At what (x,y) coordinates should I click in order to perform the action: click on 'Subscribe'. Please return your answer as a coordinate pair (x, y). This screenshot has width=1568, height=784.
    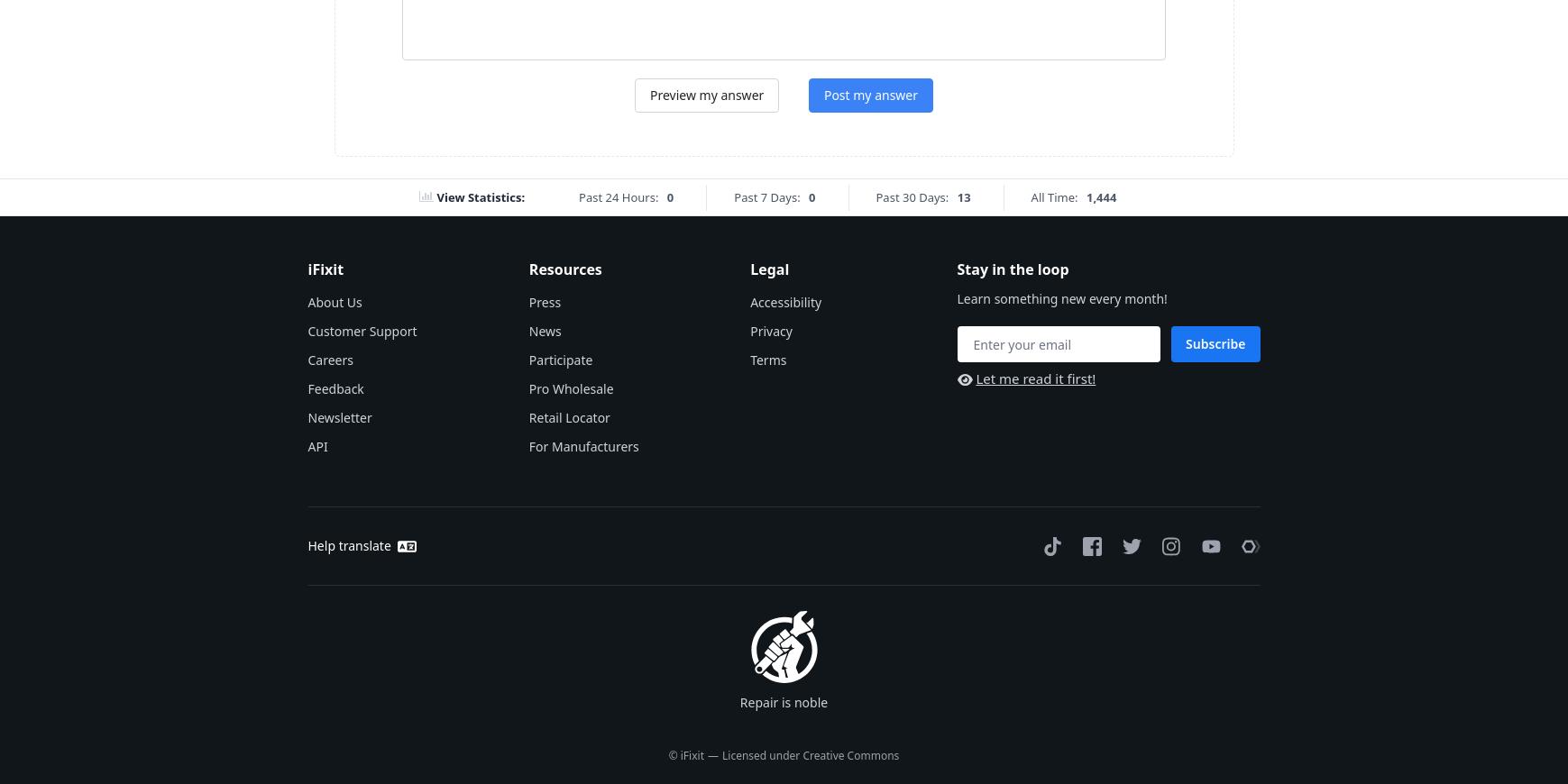
    Looking at the image, I should click on (1215, 343).